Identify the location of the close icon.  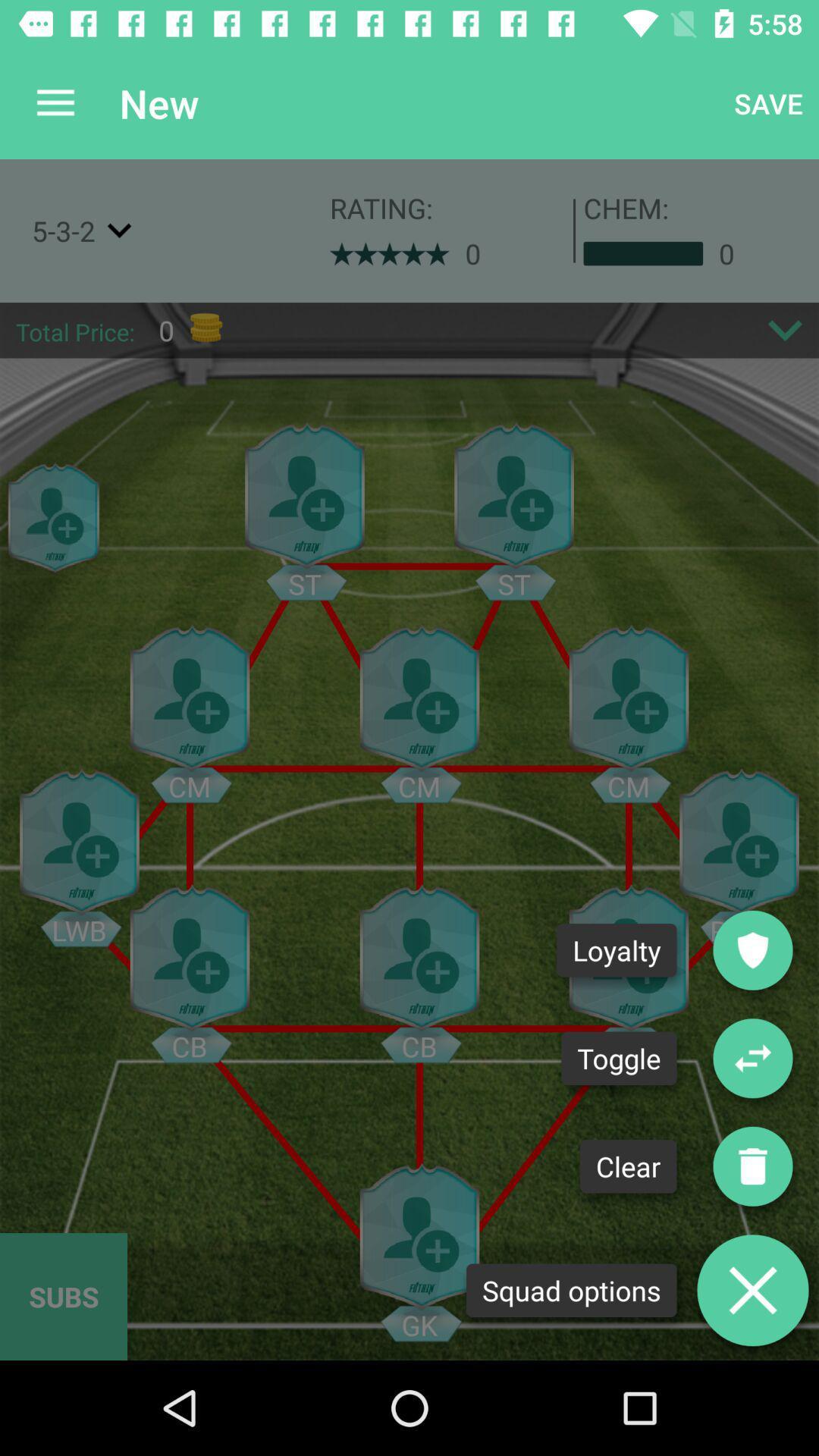
(752, 1289).